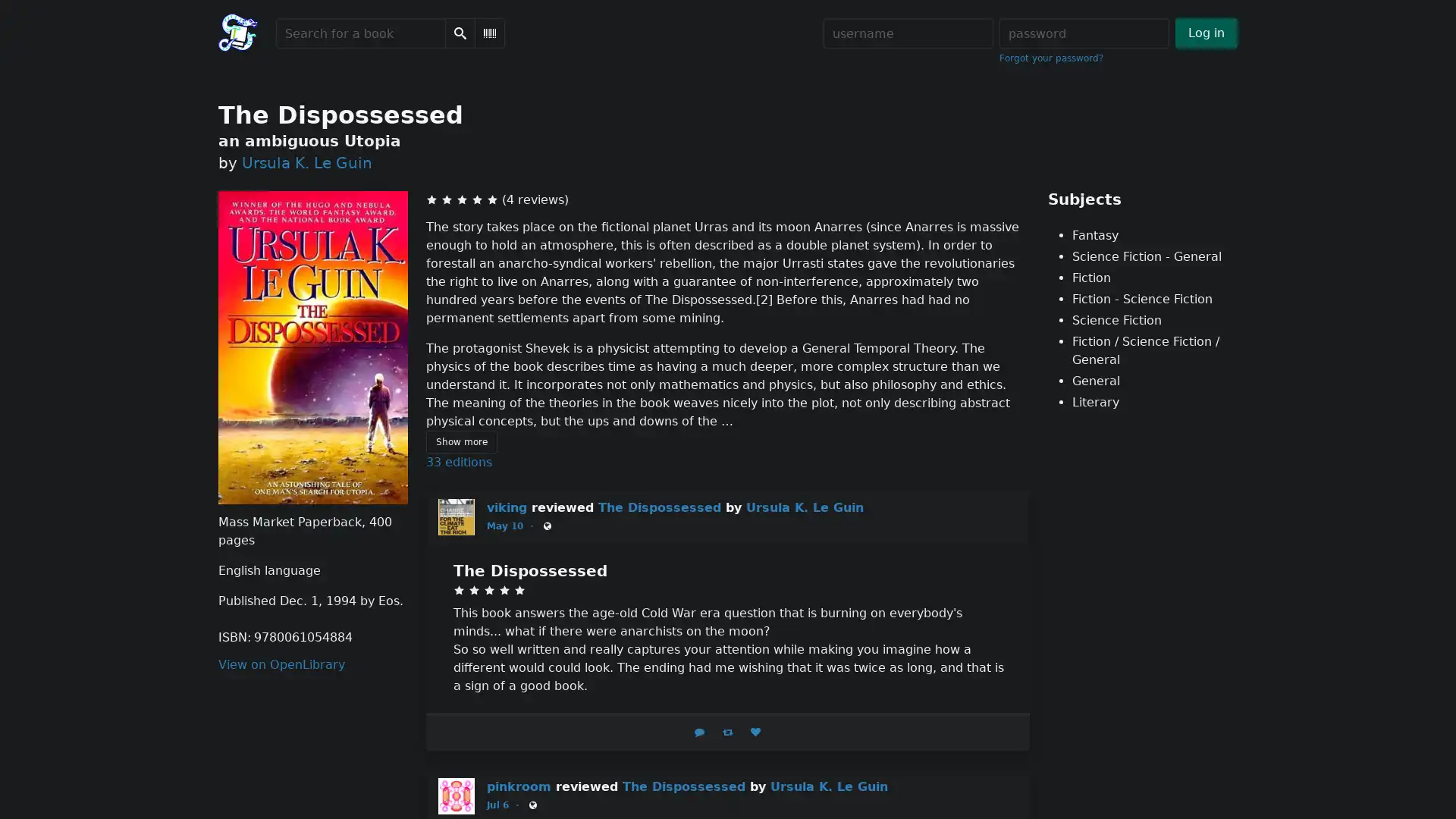 This screenshot has height=819, width=1456. What do you see at coordinates (1205, 33) in the screenshot?
I see `Log in` at bounding box center [1205, 33].